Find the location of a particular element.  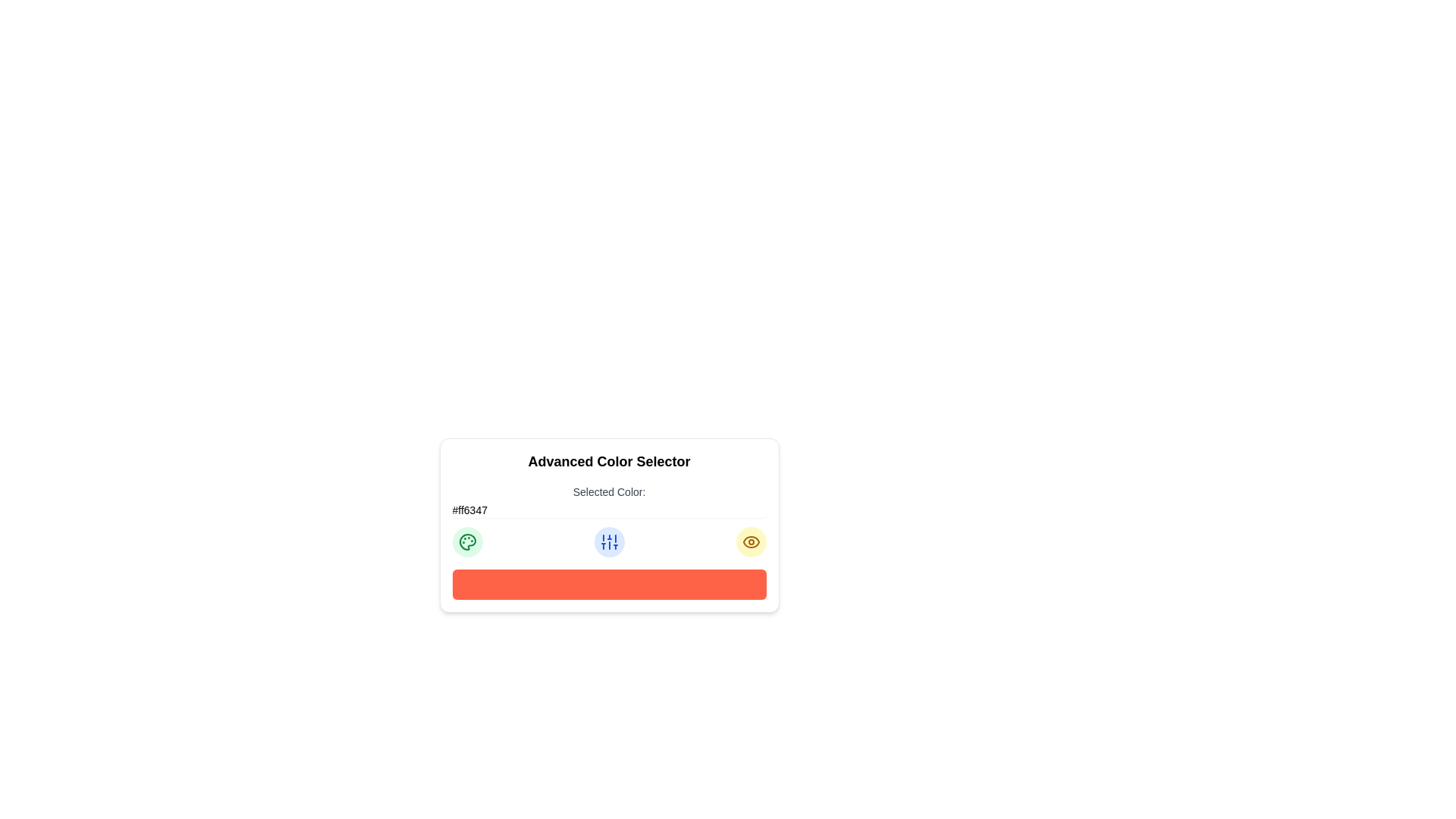

the vertical sliders icon button, which is styled in blue and located in the center among three icons below the 'Selected Color' text in the inspector interface is located at coordinates (609, 541).